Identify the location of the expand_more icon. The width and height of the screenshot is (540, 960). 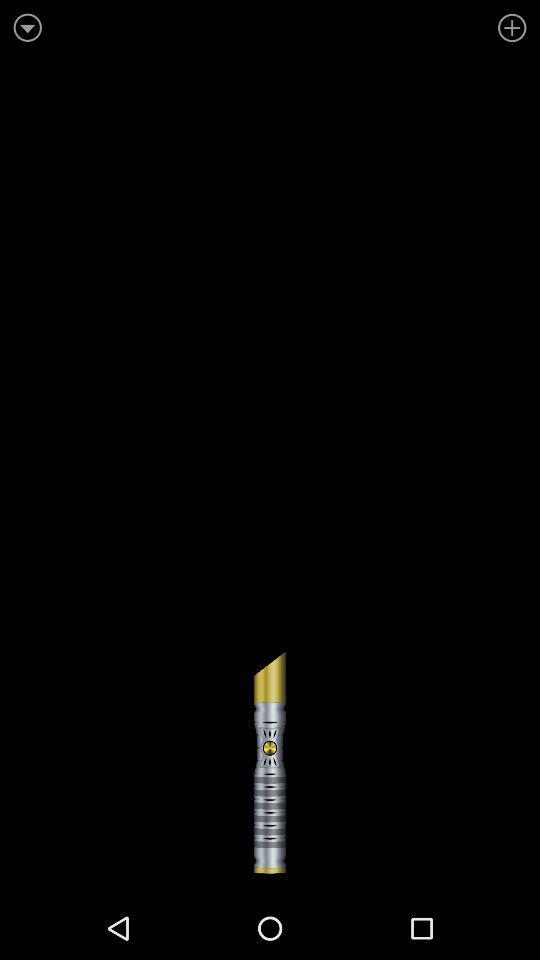
(29, 26).